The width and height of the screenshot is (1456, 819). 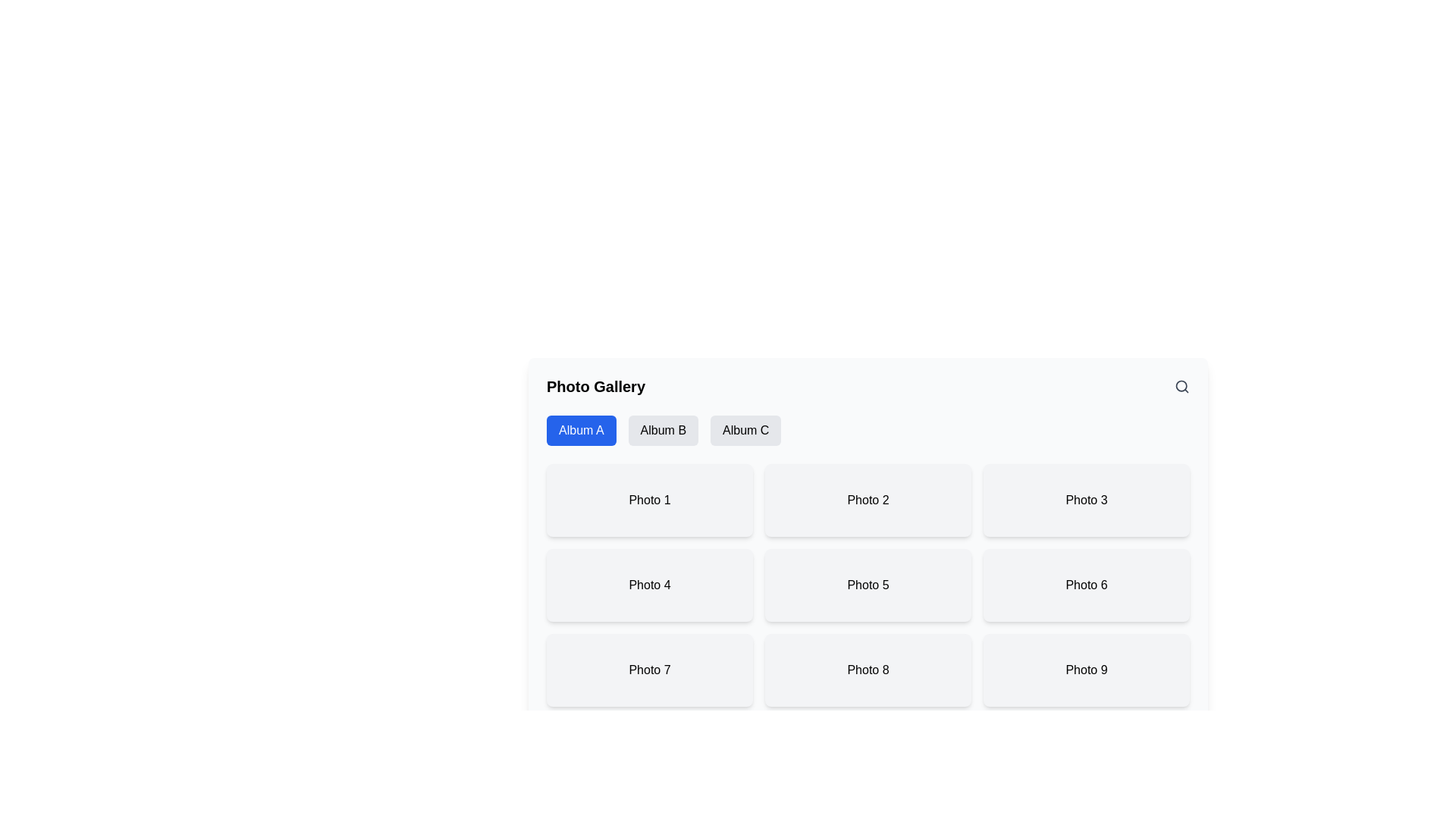 I want to click on the card labeled 'Photo 2' in the photo gallery, so click(x=868, y=500).